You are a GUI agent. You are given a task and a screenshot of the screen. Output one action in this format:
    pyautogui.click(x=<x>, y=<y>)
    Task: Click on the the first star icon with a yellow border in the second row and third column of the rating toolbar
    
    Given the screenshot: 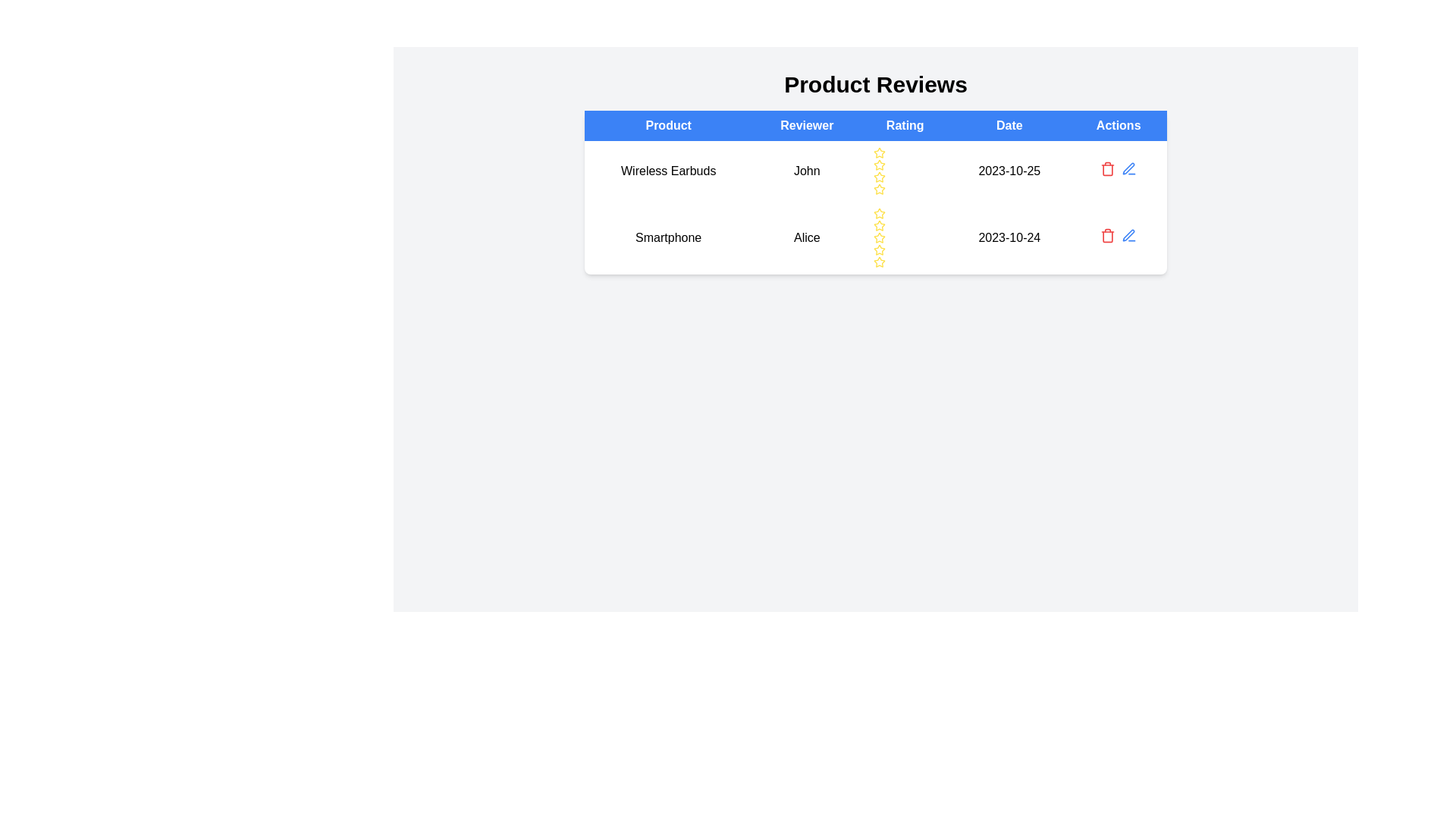 What is the action you would take?
    pyautogui.click(x=880, y=213)
    